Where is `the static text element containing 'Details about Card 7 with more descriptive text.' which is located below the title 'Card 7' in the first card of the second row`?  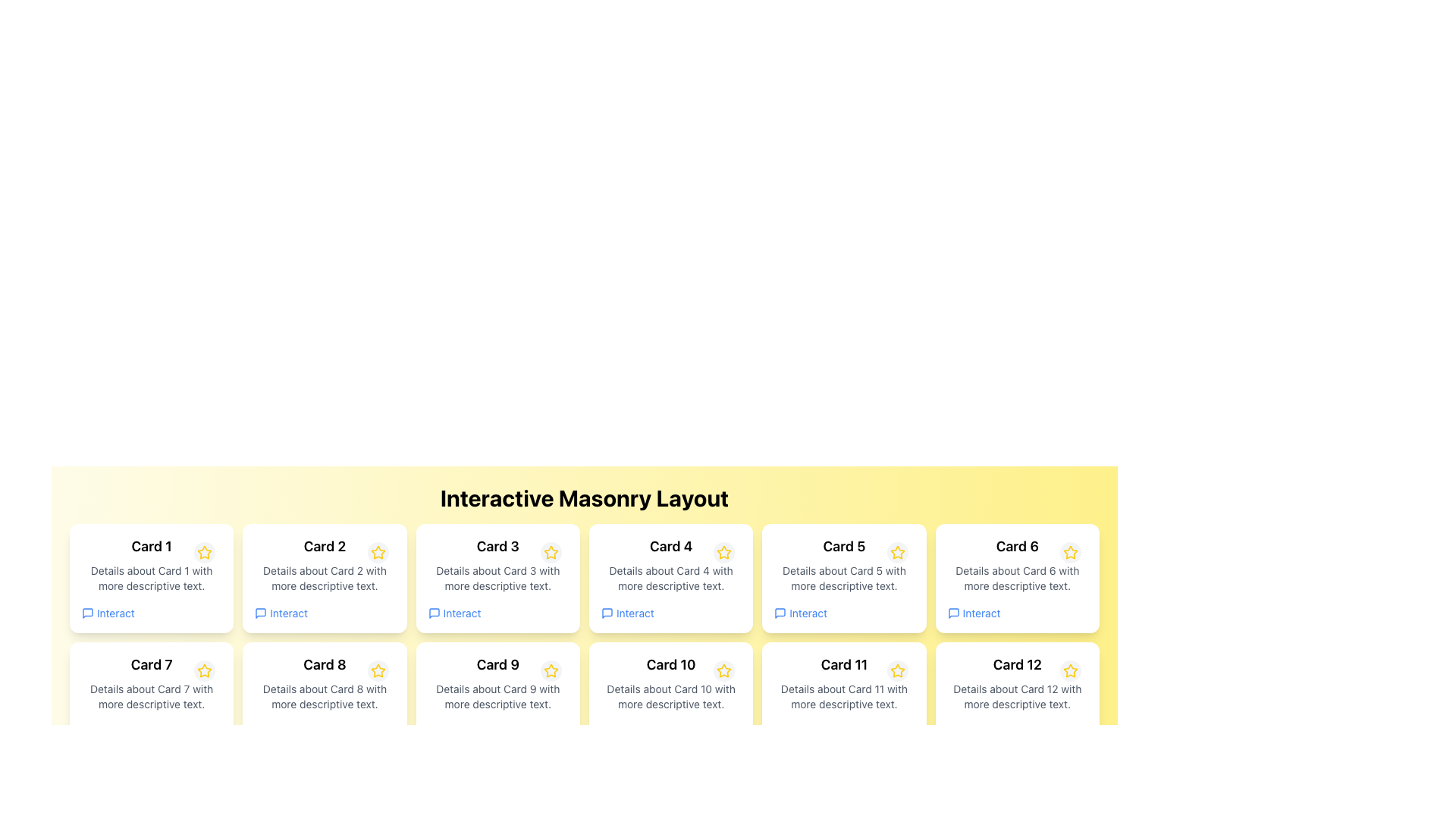 the static text element containing 'Details about Card 7 with more descriptive text.' which is located below the title 'Card 7' in the first card of the second row is located at coordinates (152, 696).